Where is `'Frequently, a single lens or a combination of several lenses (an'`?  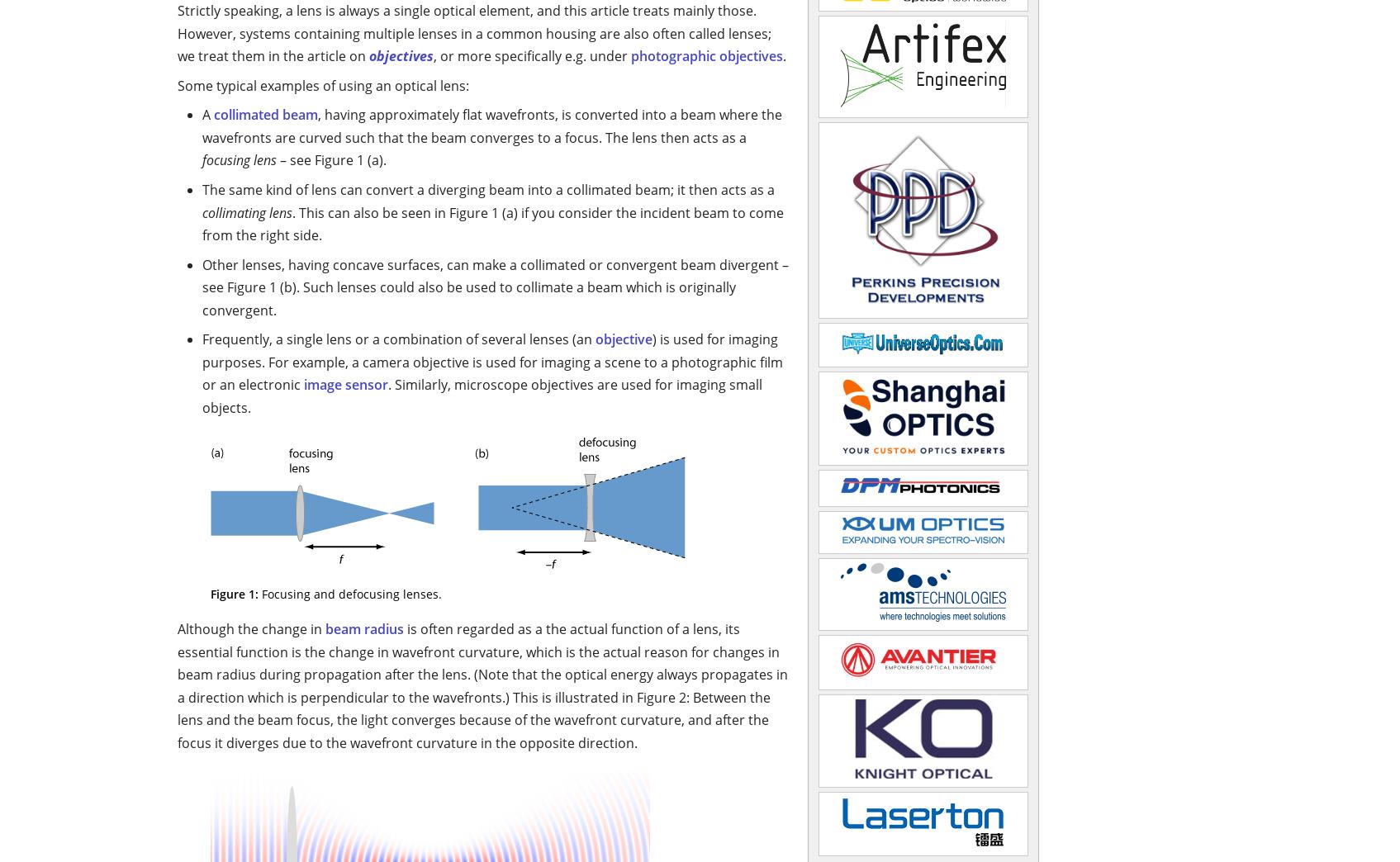 'Frequently, a single lens or a combination of several lenses (an' is located at coordinates (398, 339).